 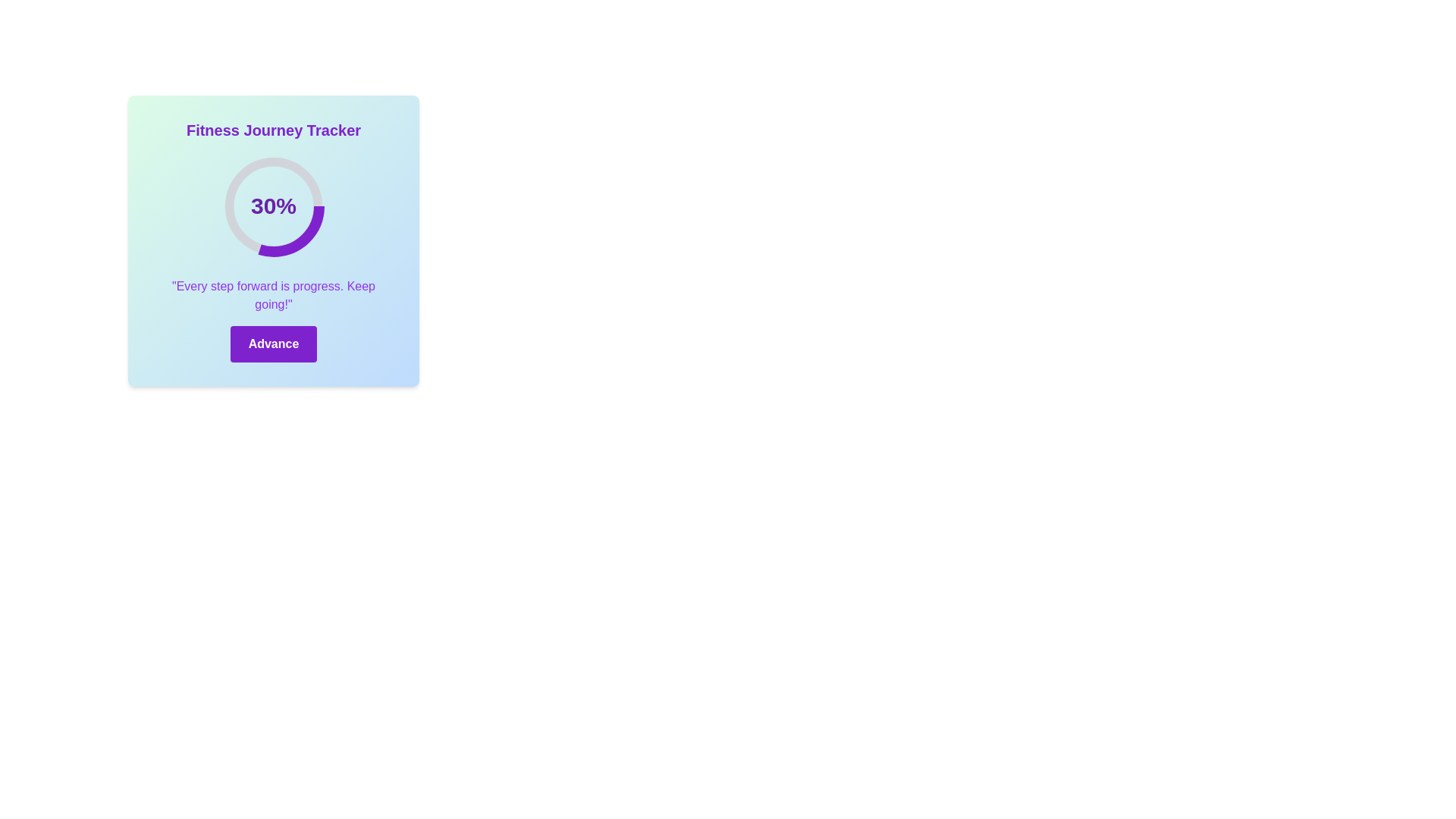 What do you see at coordinates (273, 344) in the screenshot?
I see `the button with the bold purple background and white text reading 'Advance' to activate the ring effect` at bounding box center [273, 344].